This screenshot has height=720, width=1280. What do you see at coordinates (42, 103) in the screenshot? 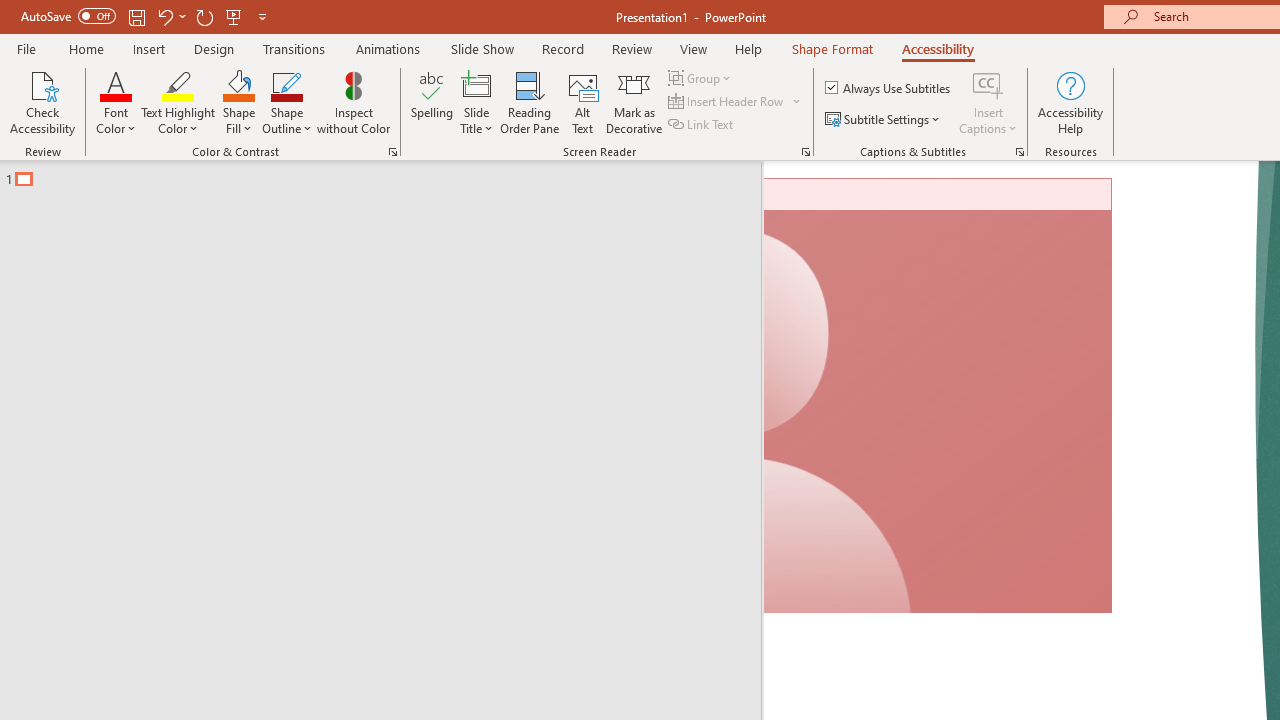
I see `'Check Accessibility'` at bounding box center [42, 103].